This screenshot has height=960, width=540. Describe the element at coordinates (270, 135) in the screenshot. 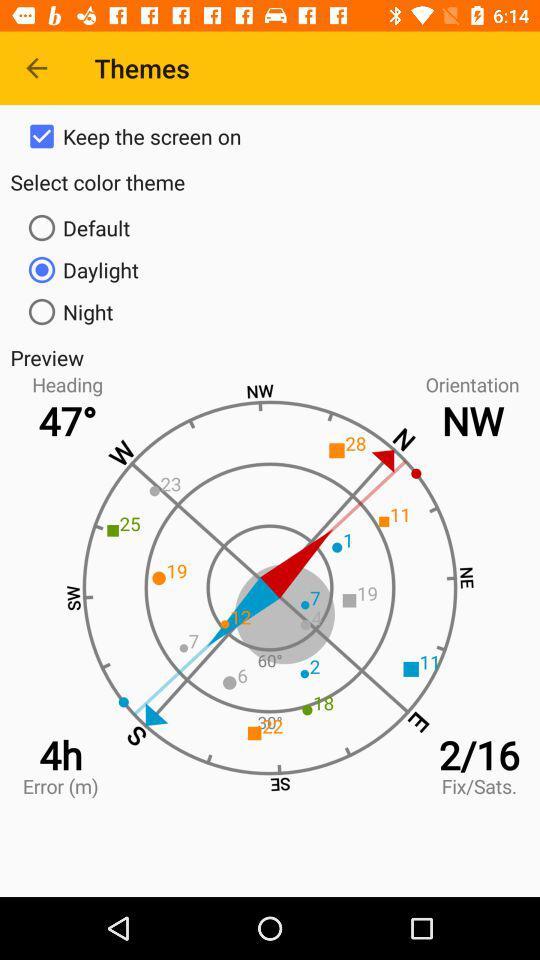

I see `the item above the select color theme item` at that location.